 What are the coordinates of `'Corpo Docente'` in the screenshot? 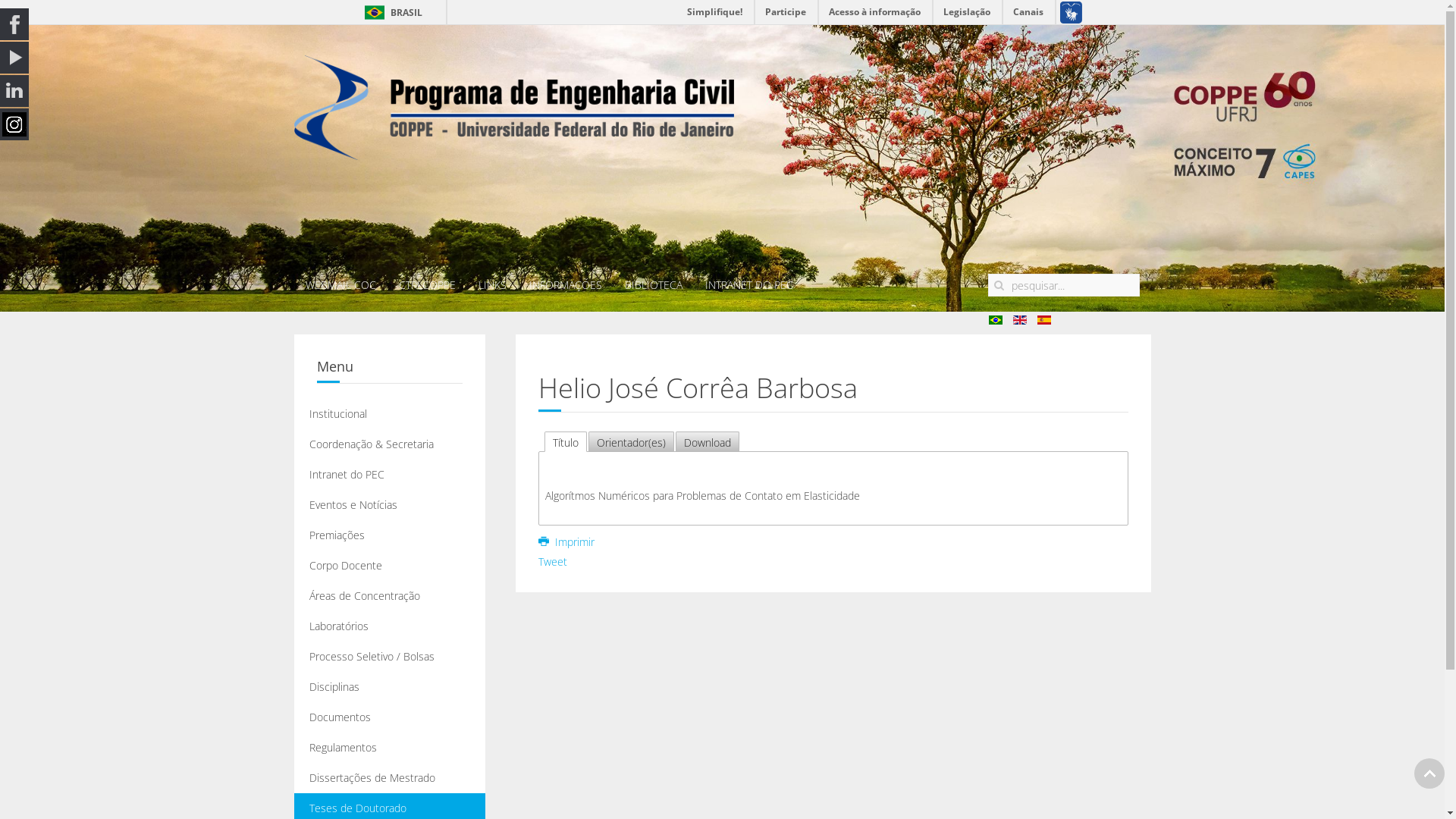 It's located at (294, 565).